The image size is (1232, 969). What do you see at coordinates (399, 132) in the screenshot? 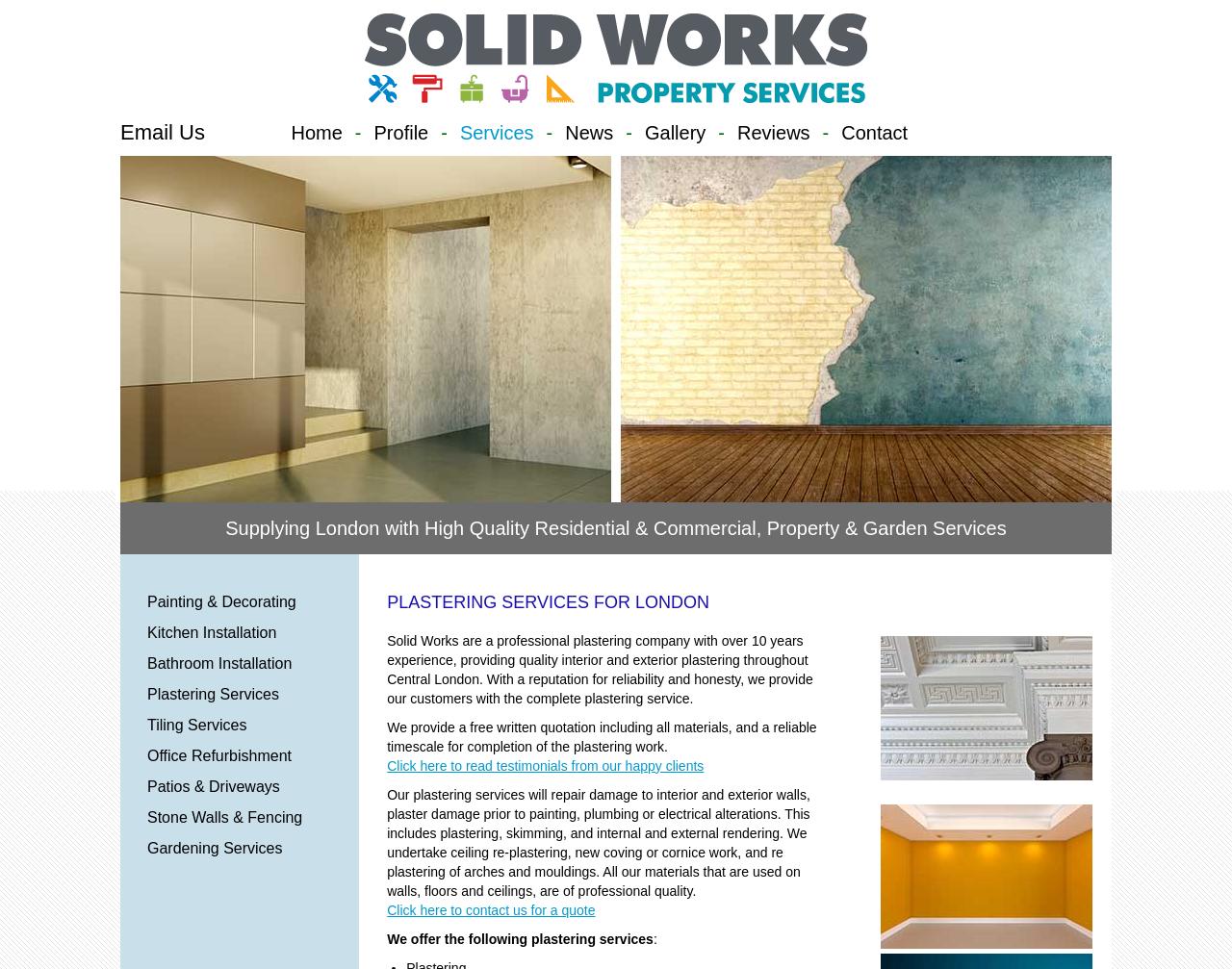
I see `'Profile'` at bounding box center [399, 132].